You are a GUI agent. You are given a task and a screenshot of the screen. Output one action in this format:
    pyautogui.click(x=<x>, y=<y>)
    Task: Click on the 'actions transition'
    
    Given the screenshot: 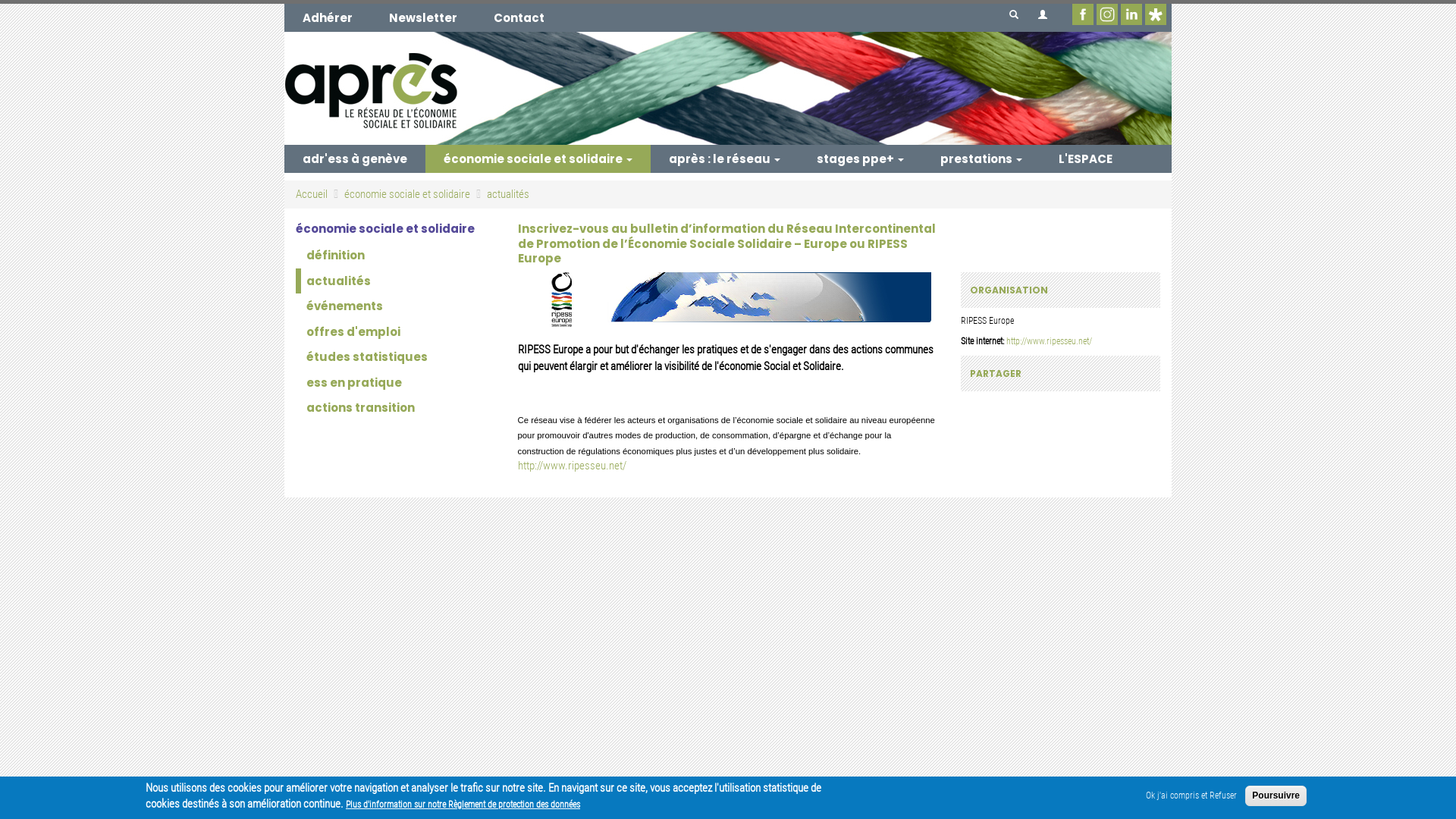 What is the action you would take?
    pyautogui.click(x=295, y=406)
    